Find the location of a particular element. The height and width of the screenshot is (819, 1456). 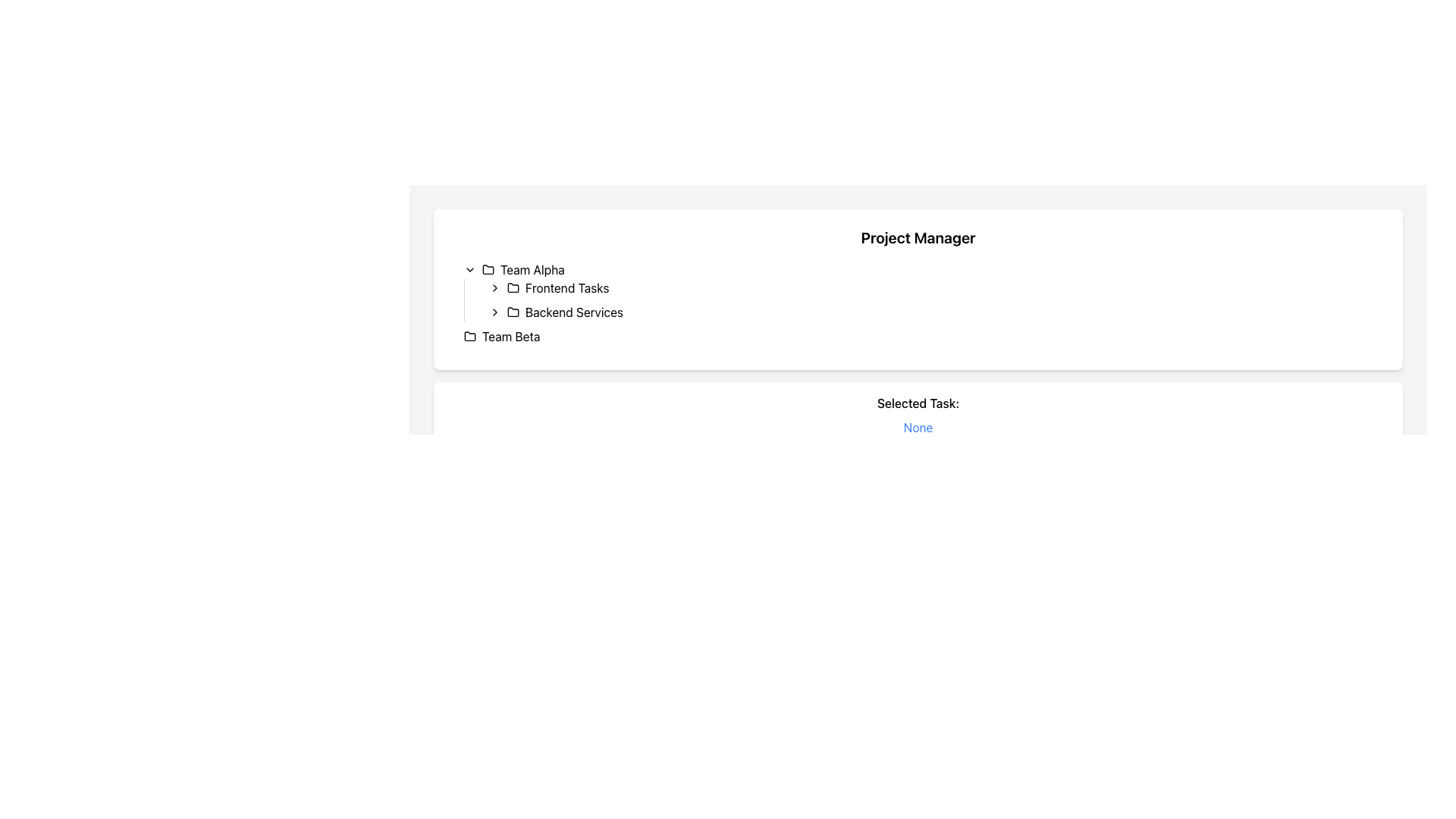

the folder icon representing 'Backend Services' under 'Team Alpha' is located at coordinates (513, 311).